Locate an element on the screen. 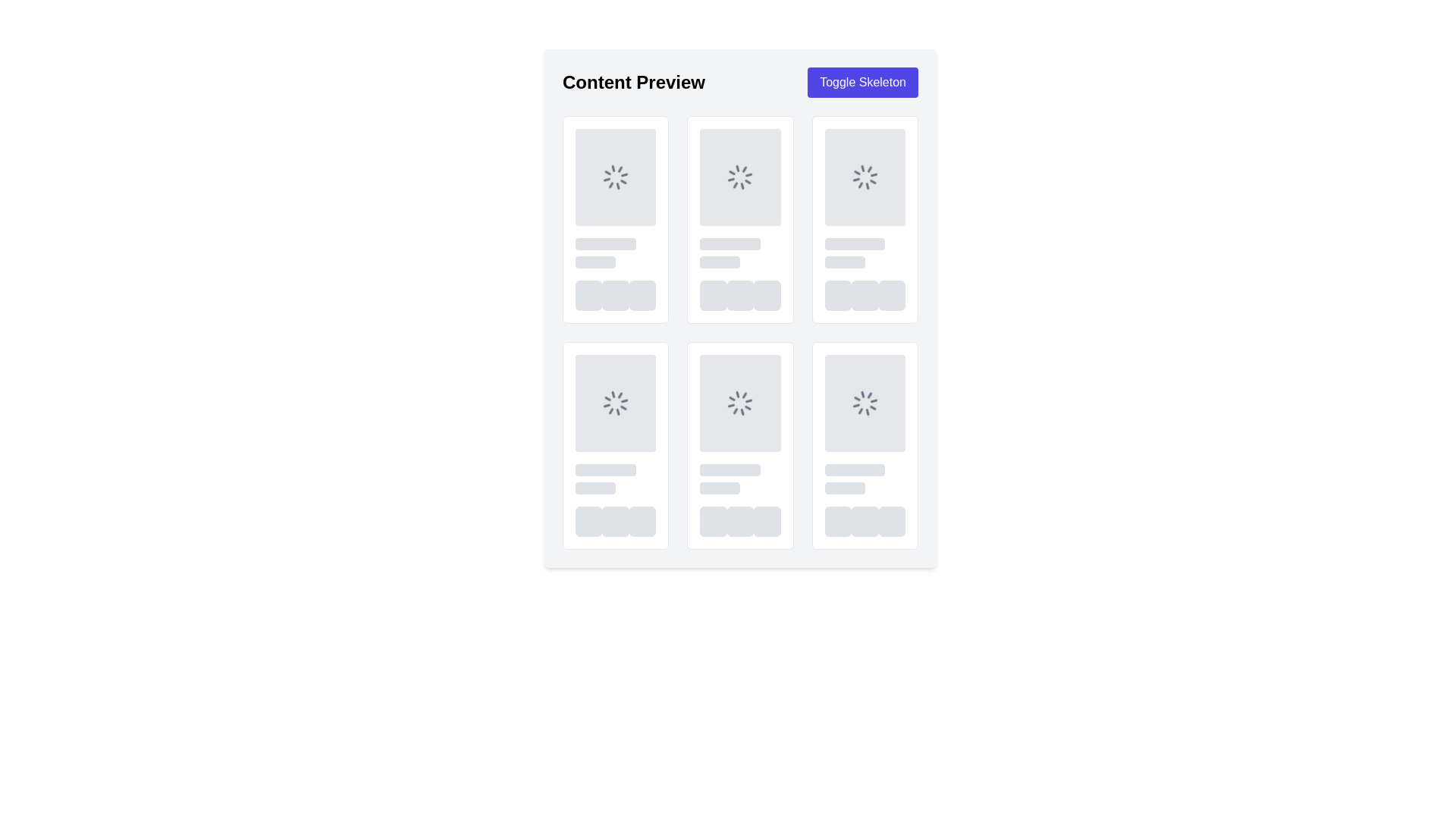 This screenshot has height=819, width=1456. the loading indicator spinner icon, which is a circular arrangement of lines radiating outwards, indicating a loading state, located in the bottom row and middle column of the grid layout is located at coordinates (740, 403).